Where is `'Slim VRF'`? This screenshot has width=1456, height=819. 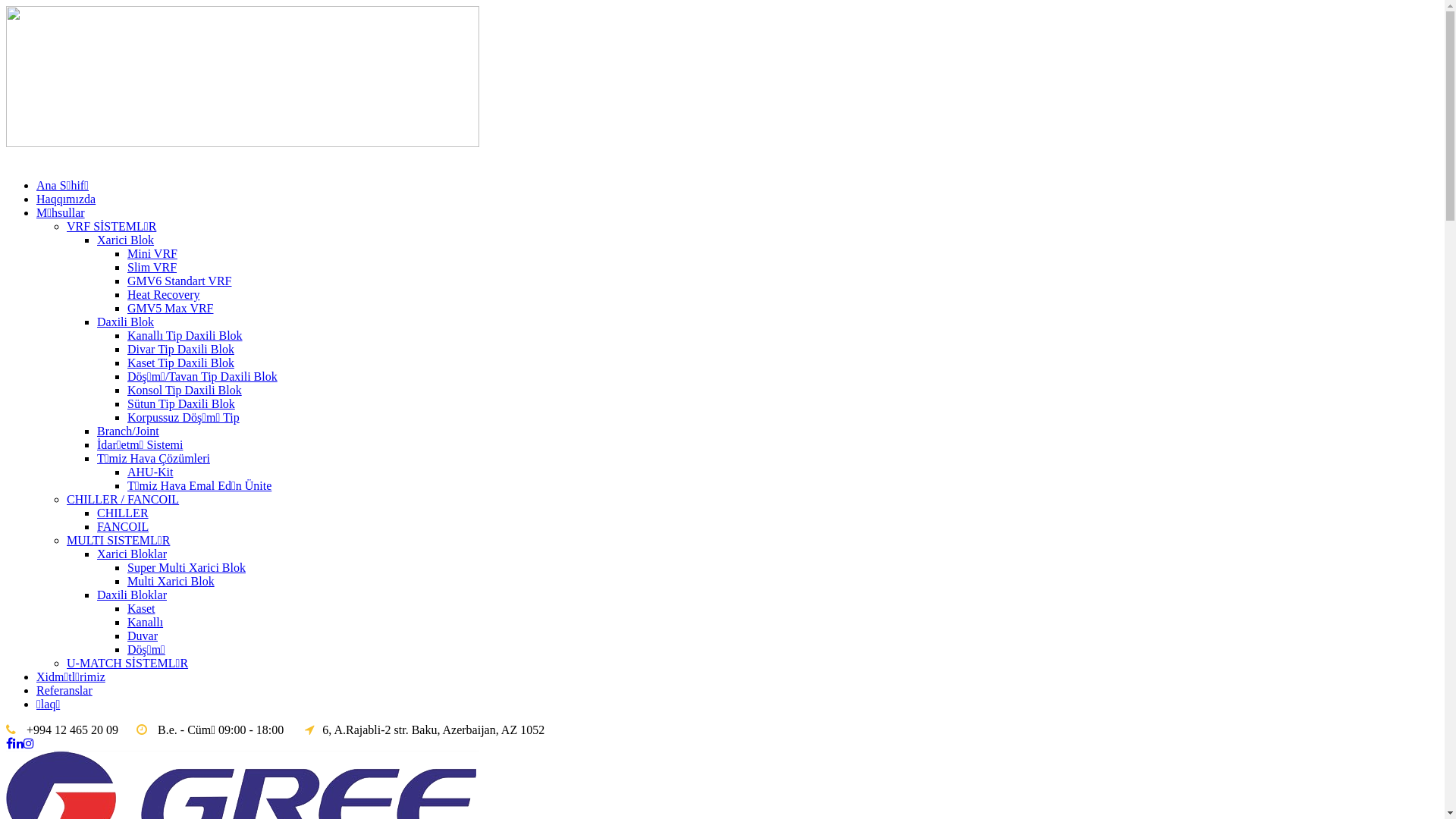 'Slim VRF' is located at coordinates (152, 266).